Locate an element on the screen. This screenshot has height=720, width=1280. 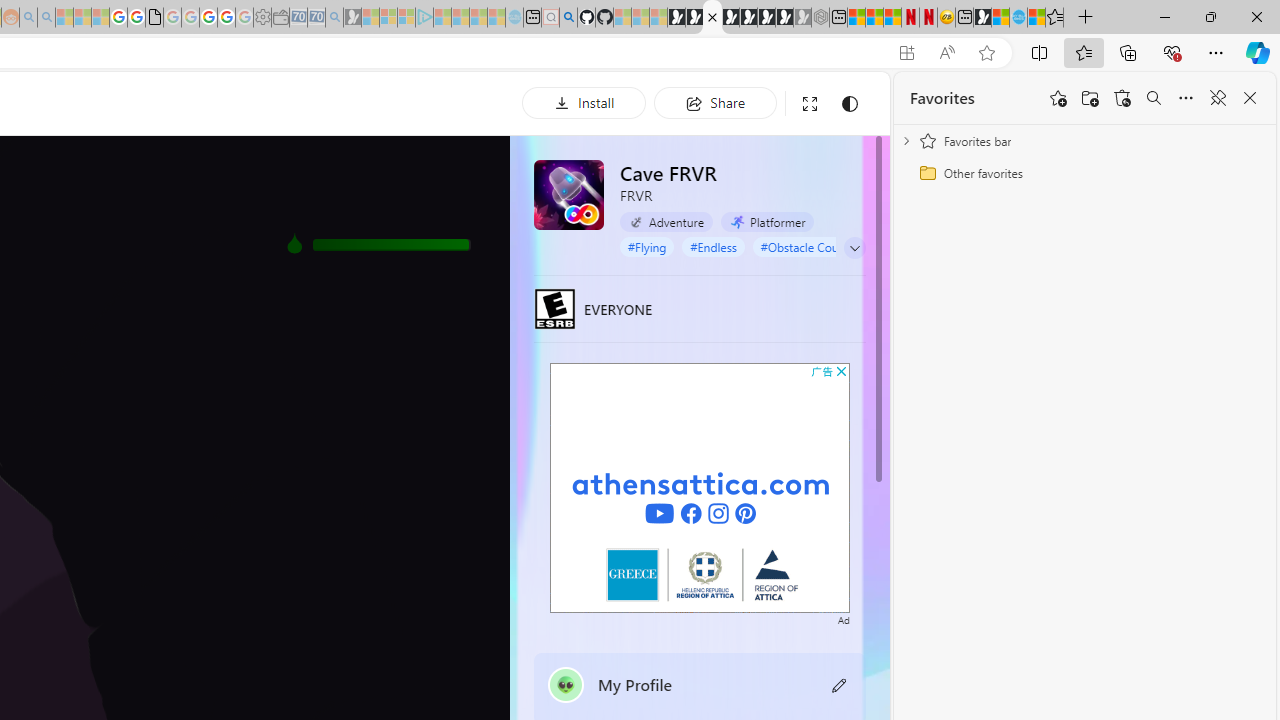
'Adventure' is located at coordinates (666, 221).